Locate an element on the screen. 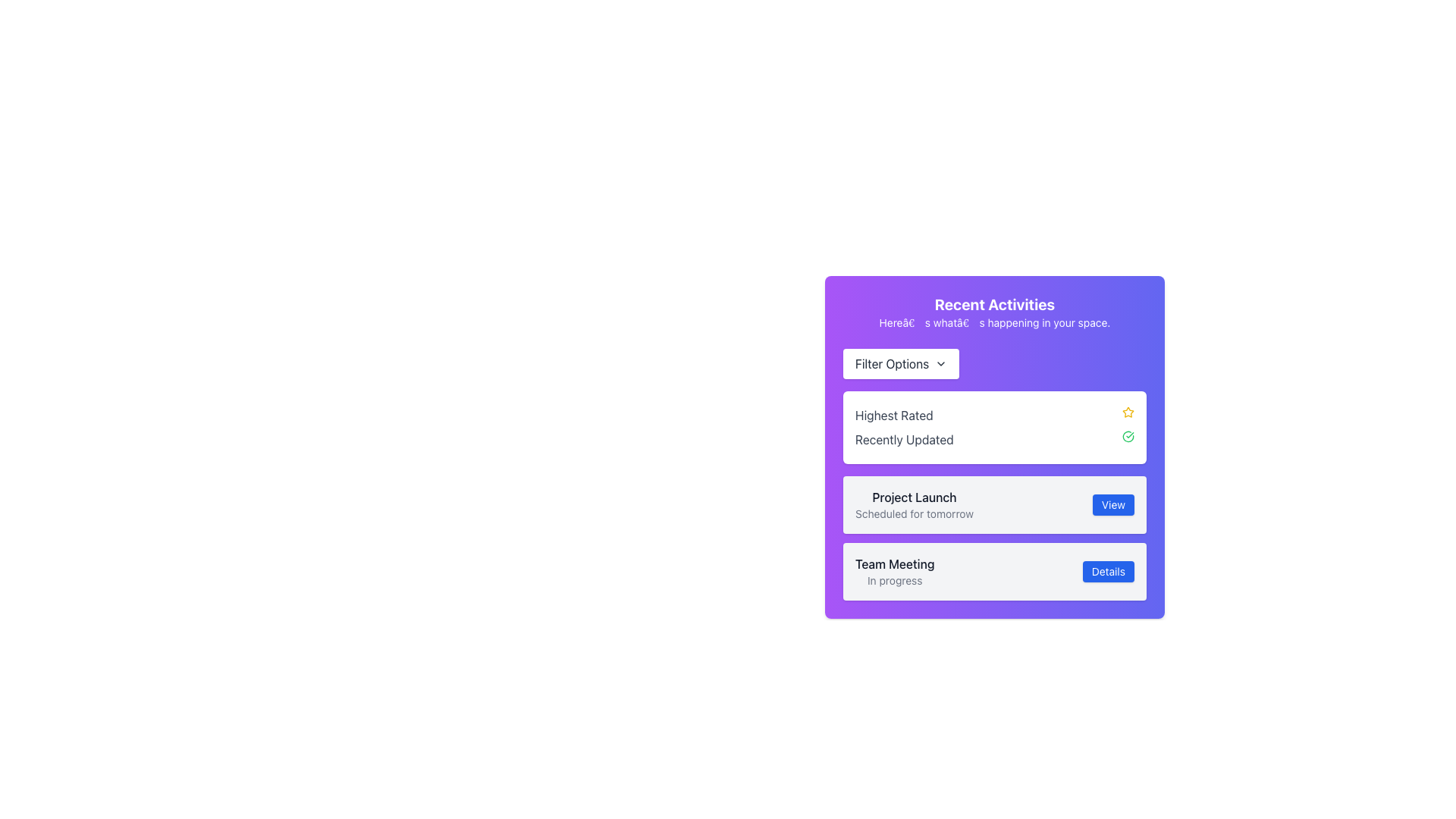 The width and height of the screenshot is (1456, 819). the icon indicating the expandability of the 'Filter Options' button, located at the right end of the button on the purple card titled 'Recent Activities' is located at coordinates (940, 363).